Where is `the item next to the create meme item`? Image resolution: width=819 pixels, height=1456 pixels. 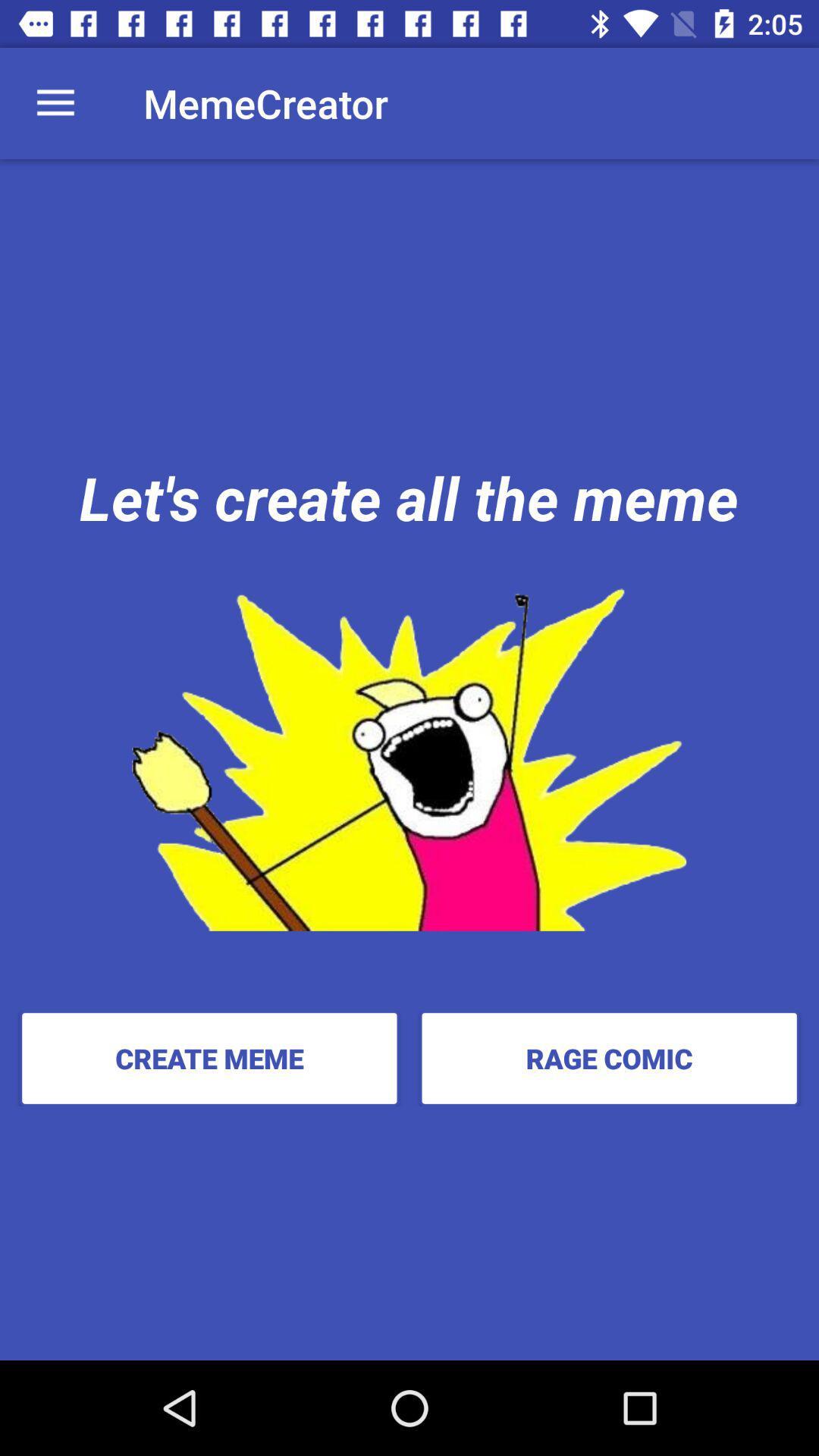
the item next to the create meme item is located at coordinates (608, 1057).